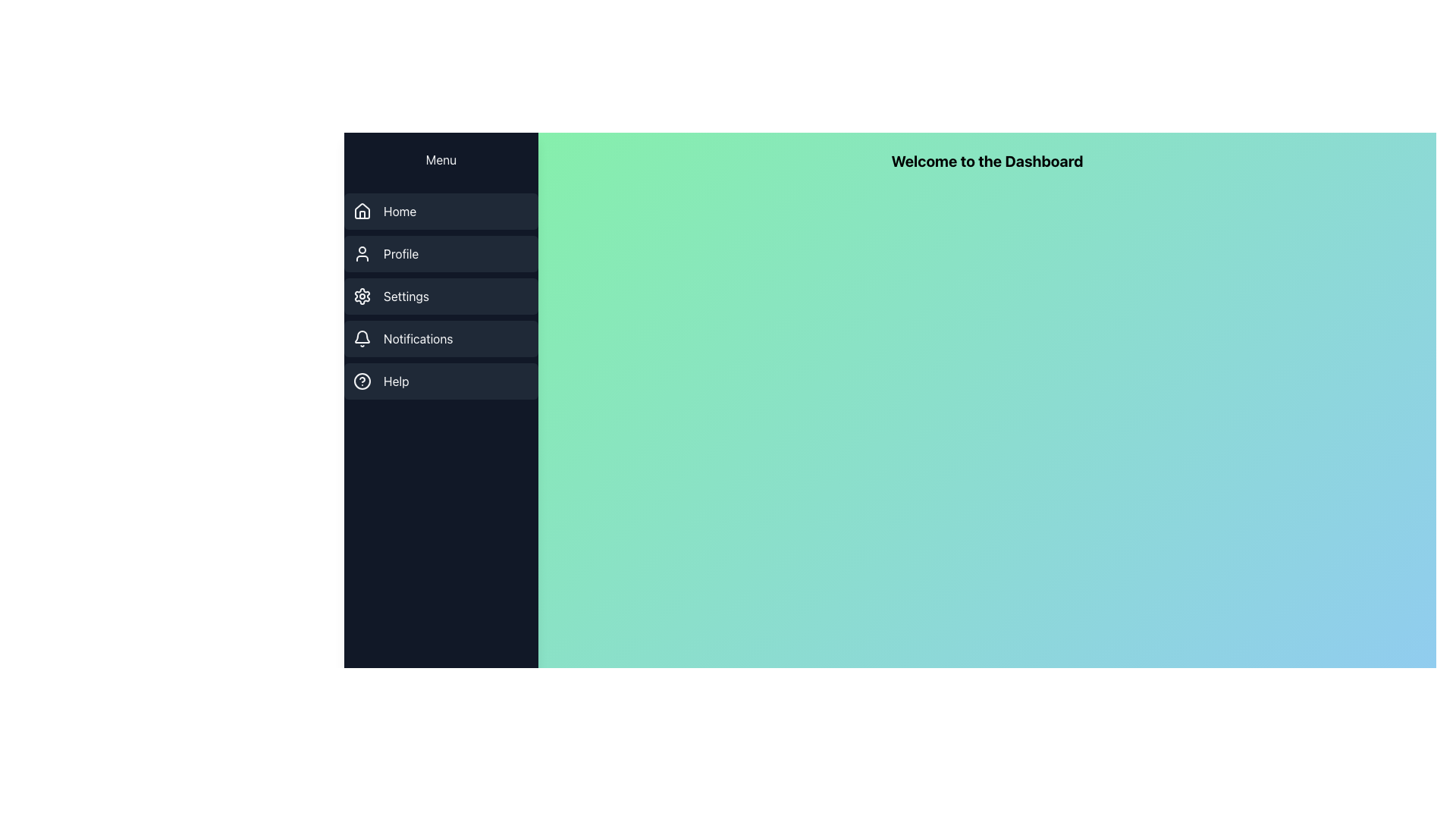 Image resolution: width=1456 pixels, height=819 pixels. What do you see at coordinates (396, 380) in the screenshot?
I see `the text label displaying 'Help' in white font, located in the left sidebar below the circular question mark icon` at bounding box center [396, 380].